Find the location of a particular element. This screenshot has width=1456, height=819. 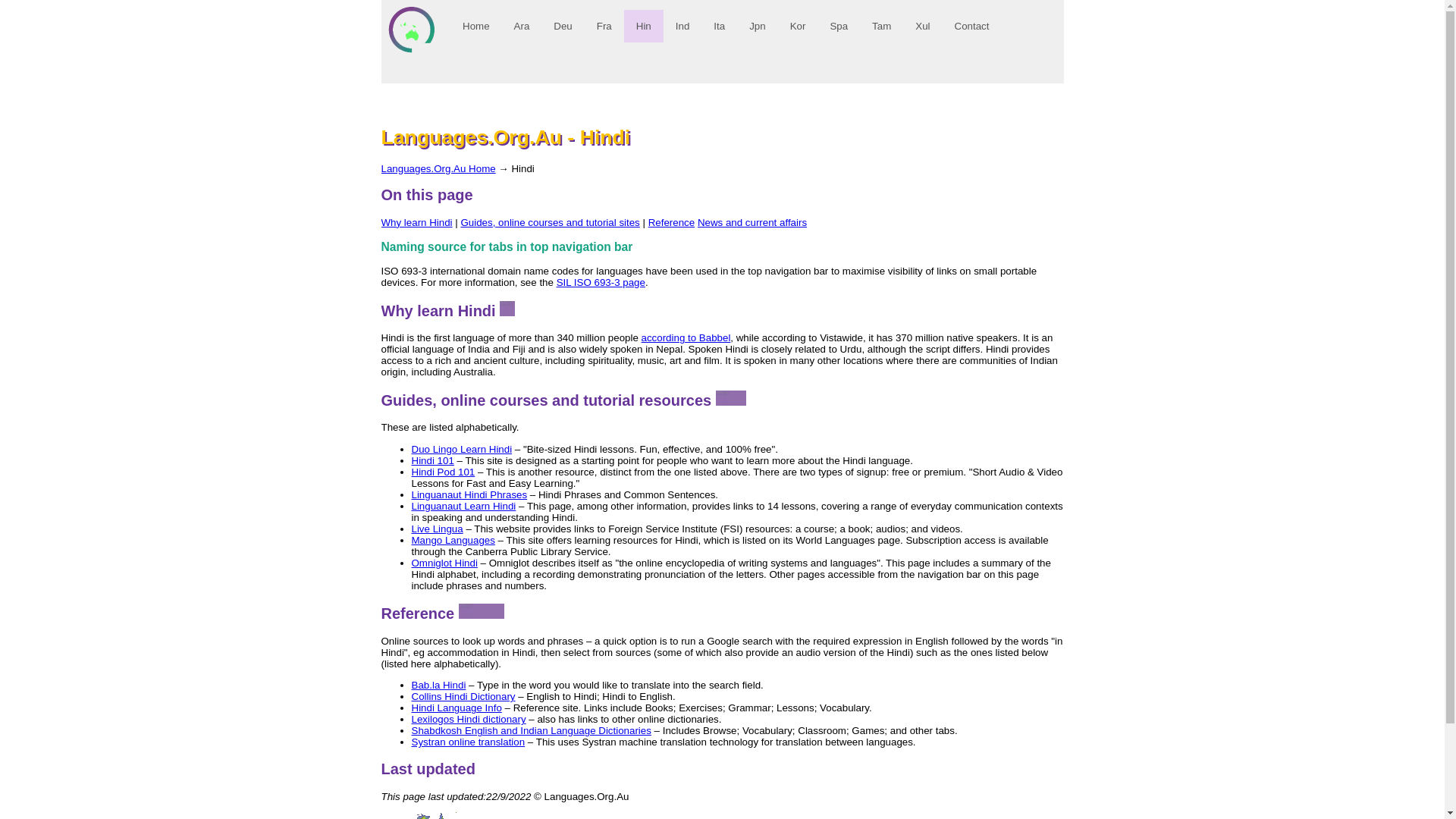

'Shabdkosh English and Indian Language Dictionaries' is located at coordinates (531, 730).